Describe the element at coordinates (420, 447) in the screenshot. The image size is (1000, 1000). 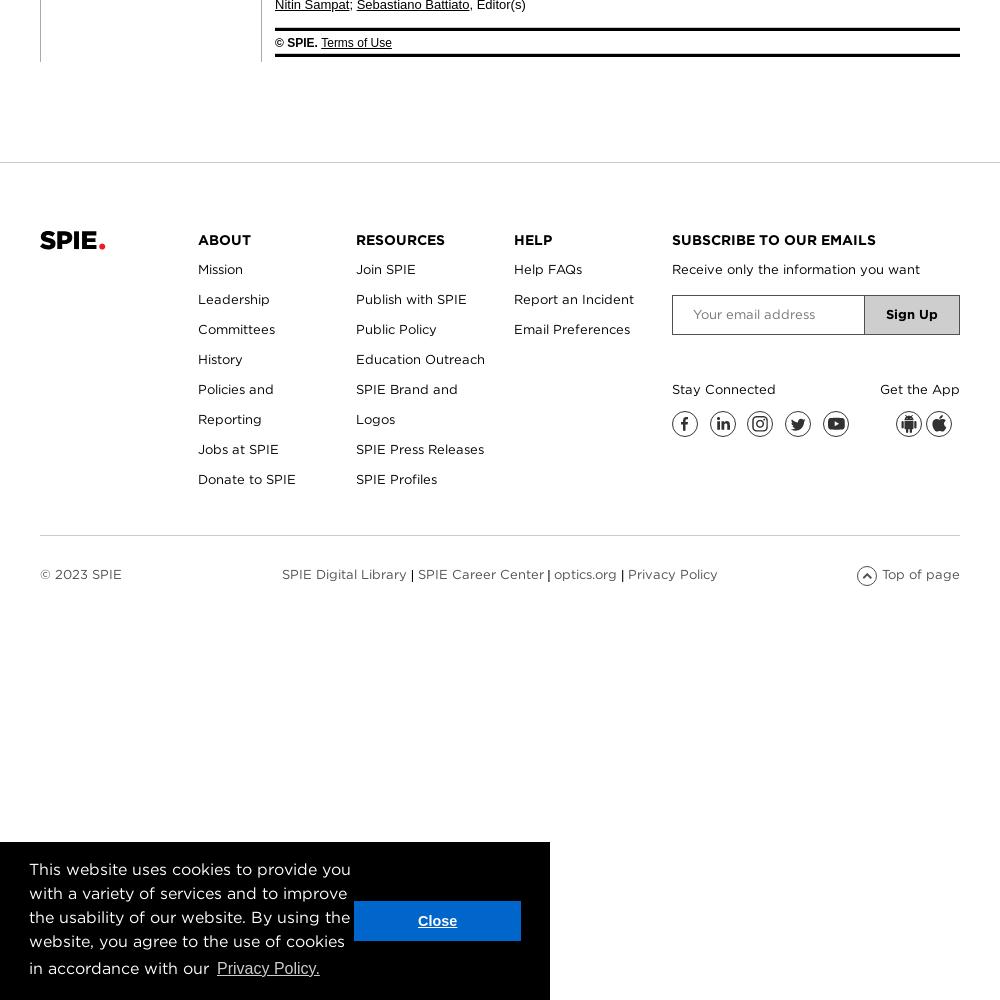
I see `'SPIE Press Releases'` at that location.